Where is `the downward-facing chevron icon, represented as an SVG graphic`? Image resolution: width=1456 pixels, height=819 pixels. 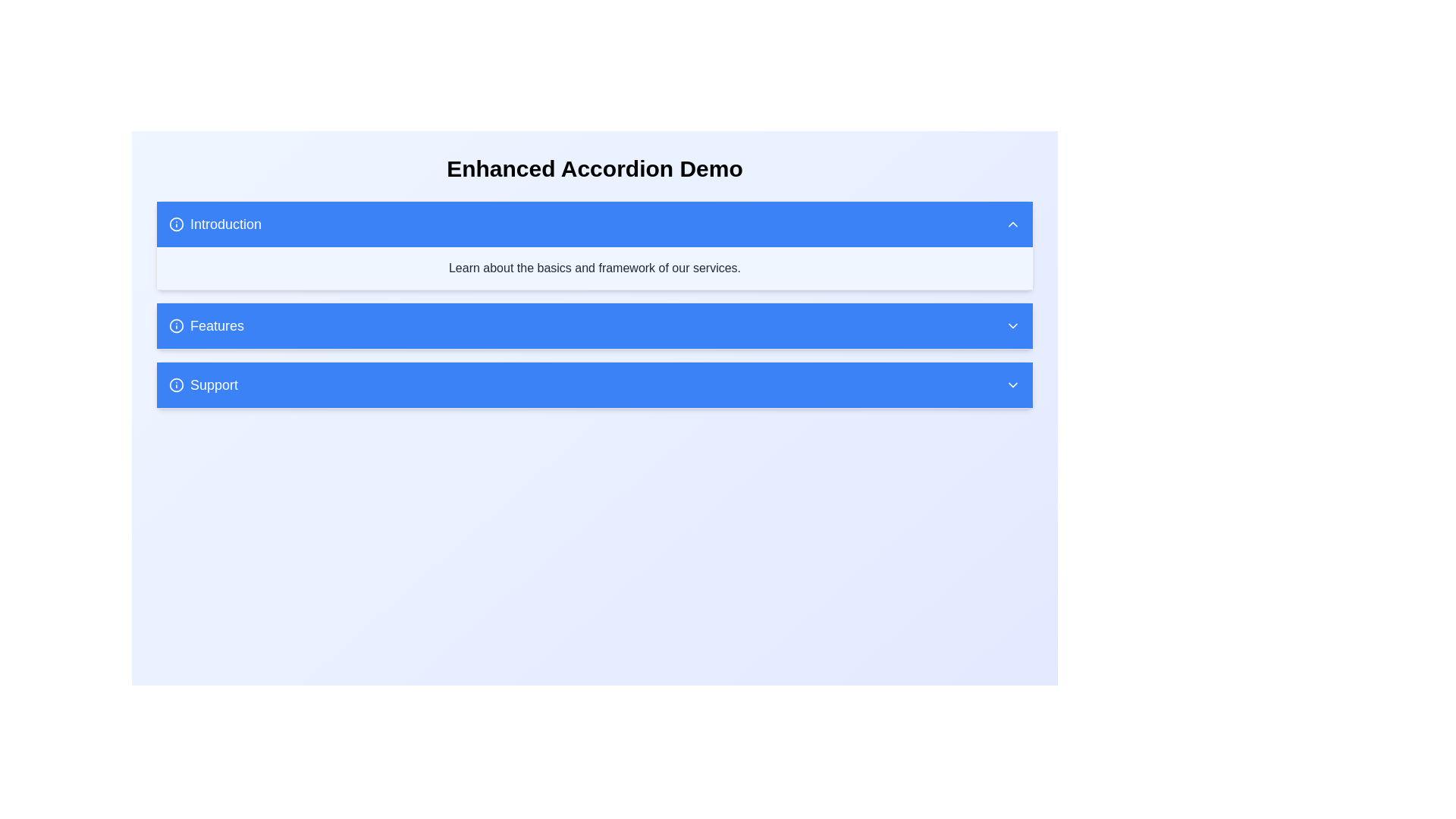 the downward-facing chevron icon, represented as an SVG graphic is located at coordinates (1012, 325).